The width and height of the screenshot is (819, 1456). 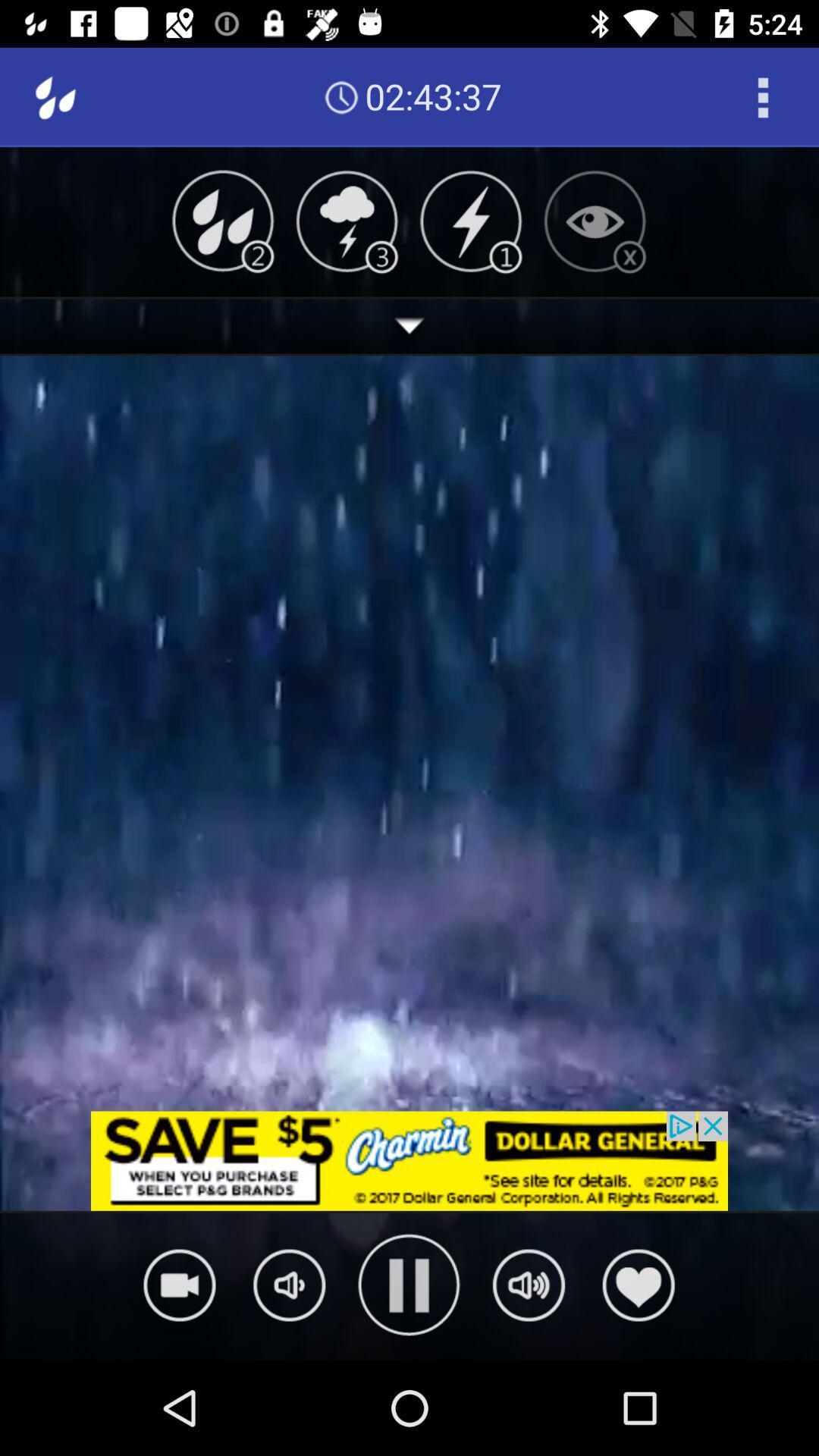 I want to click on the favorite icon, so click(x=639, y=1284).